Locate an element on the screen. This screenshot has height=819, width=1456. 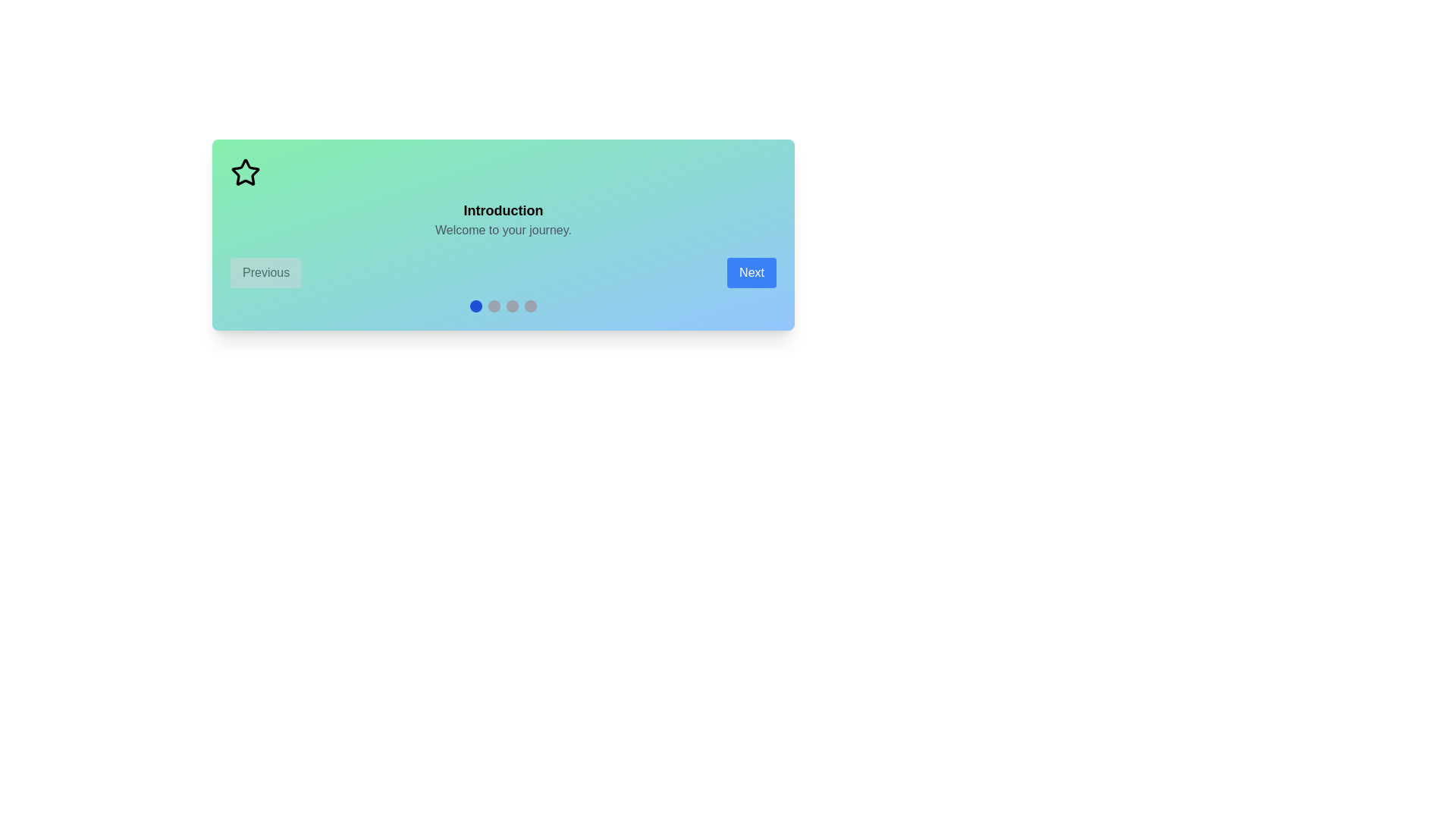
the indicator corresponding to the scene number 4 is located at coordinates (531, 306).